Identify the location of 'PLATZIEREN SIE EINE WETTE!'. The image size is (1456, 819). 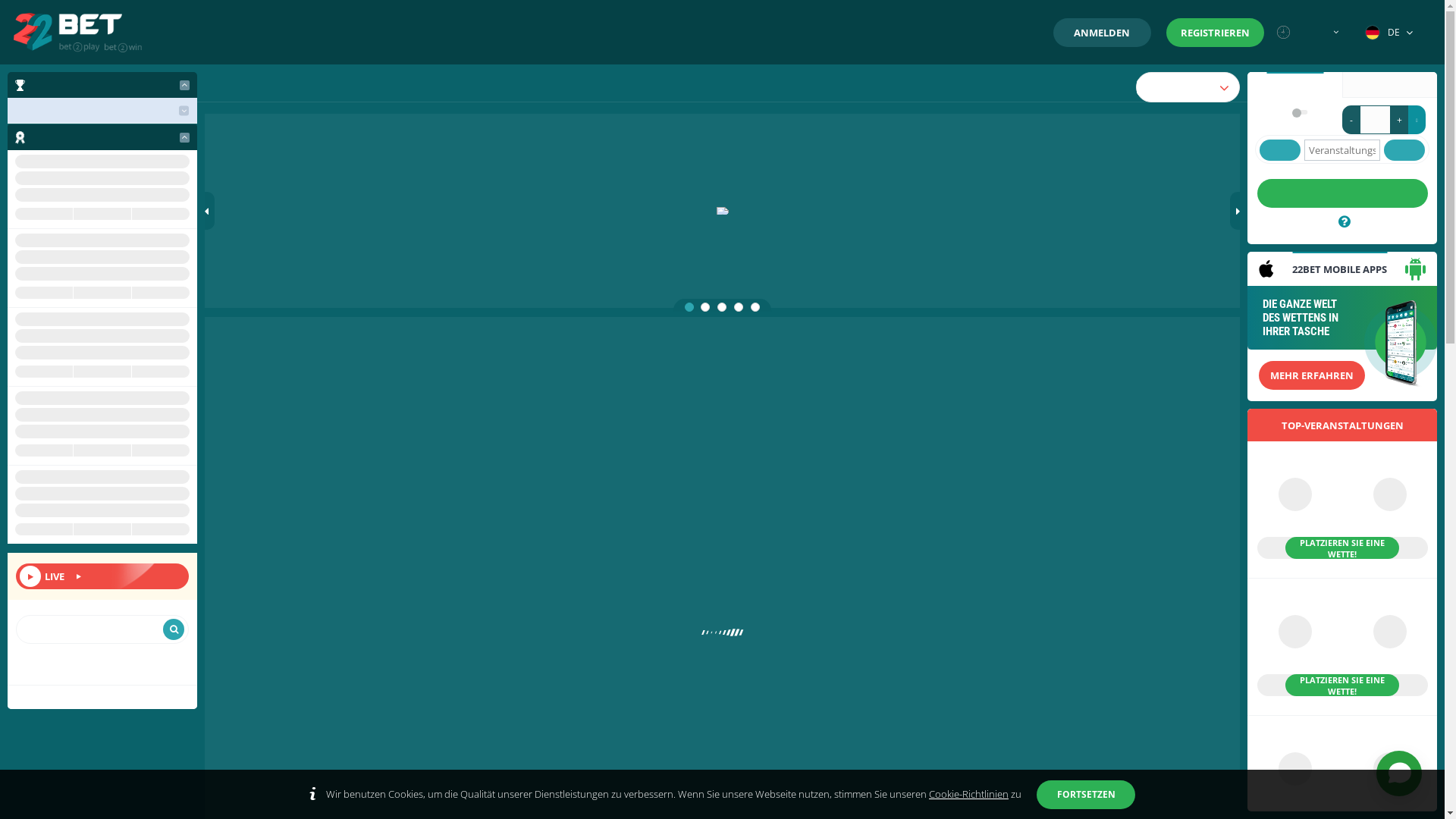
(1342, 510).